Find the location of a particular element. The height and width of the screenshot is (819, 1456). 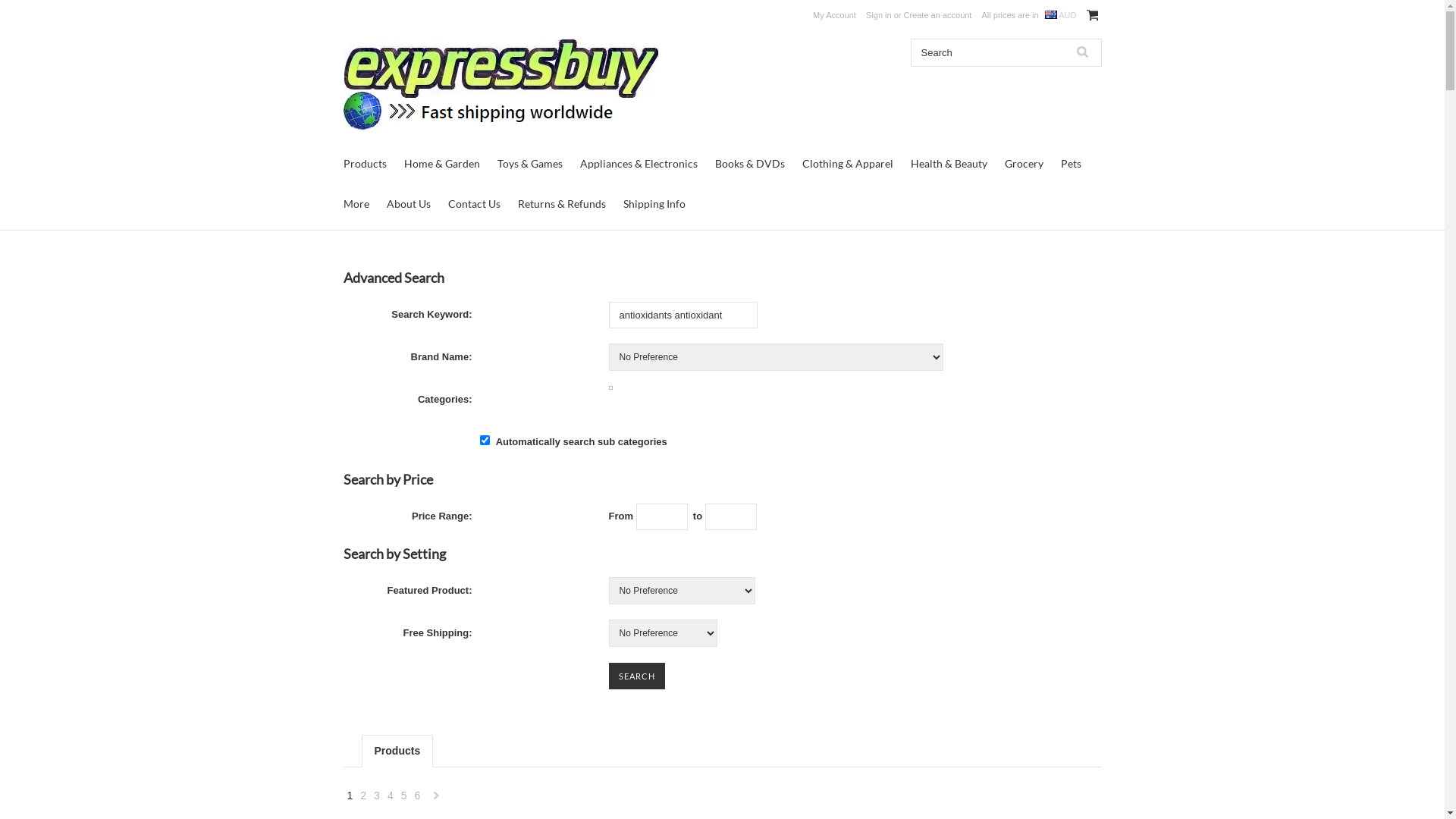

'Products' is located at coordinates (364, 163).